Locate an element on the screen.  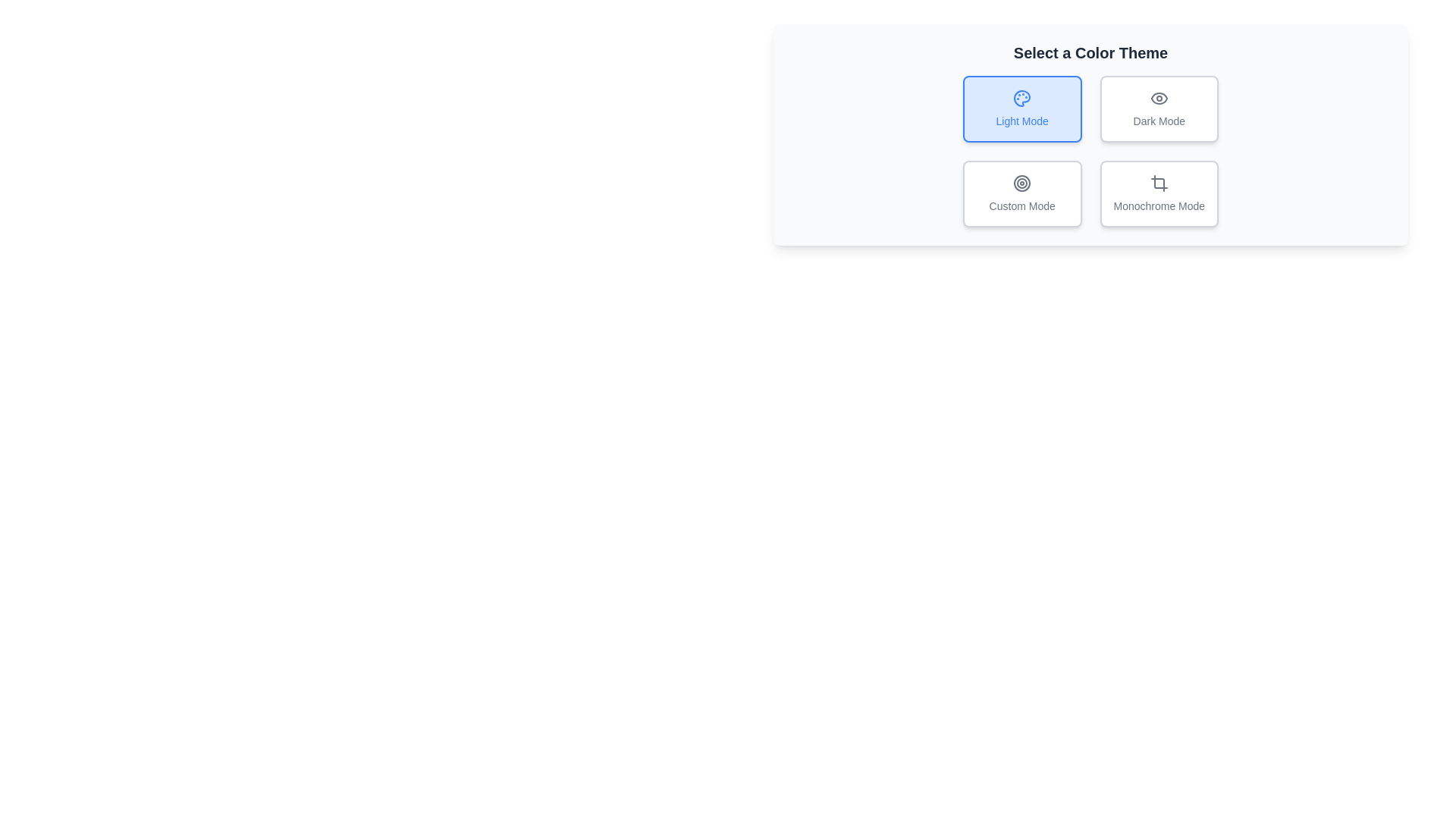
the theme by clicking on the button corresponding to Dark Mode is located at coordinates (1158, 108).